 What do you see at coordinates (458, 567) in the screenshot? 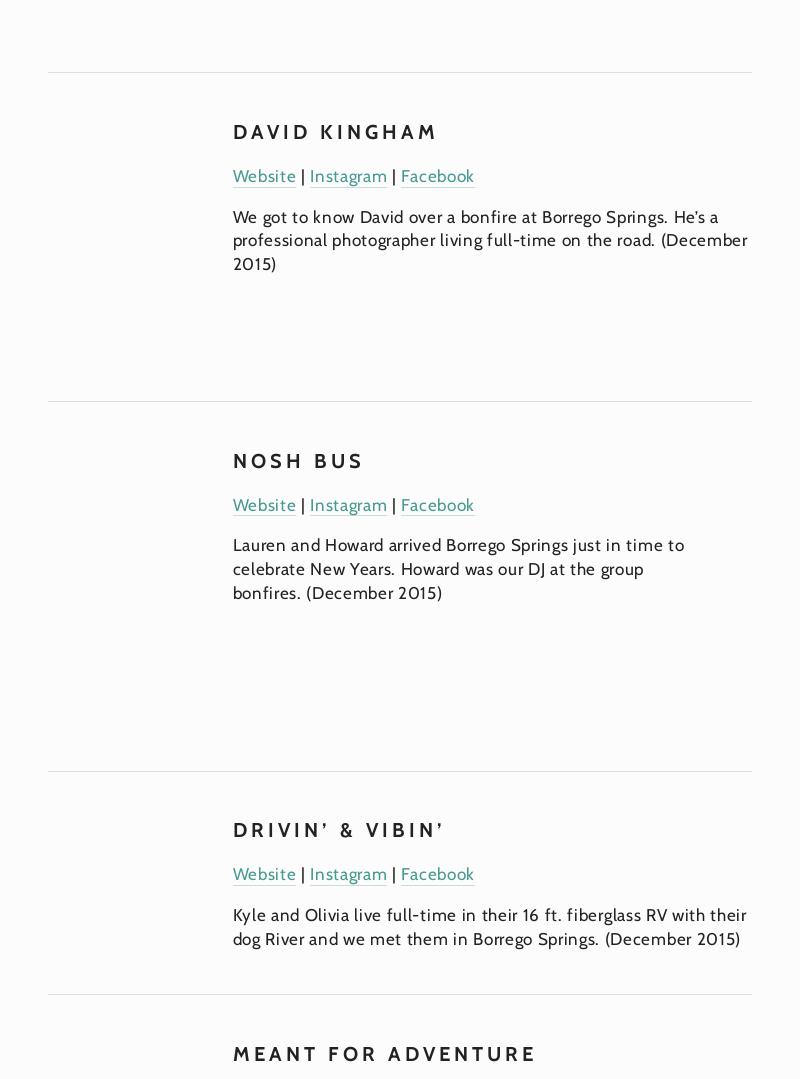
I see `'Lauren and Howard arrived Borrego Springs just in time to celebrate New Years. Howard was our DJ at the group bonfires. (December 2015)'` at bounding box center [458, 567].